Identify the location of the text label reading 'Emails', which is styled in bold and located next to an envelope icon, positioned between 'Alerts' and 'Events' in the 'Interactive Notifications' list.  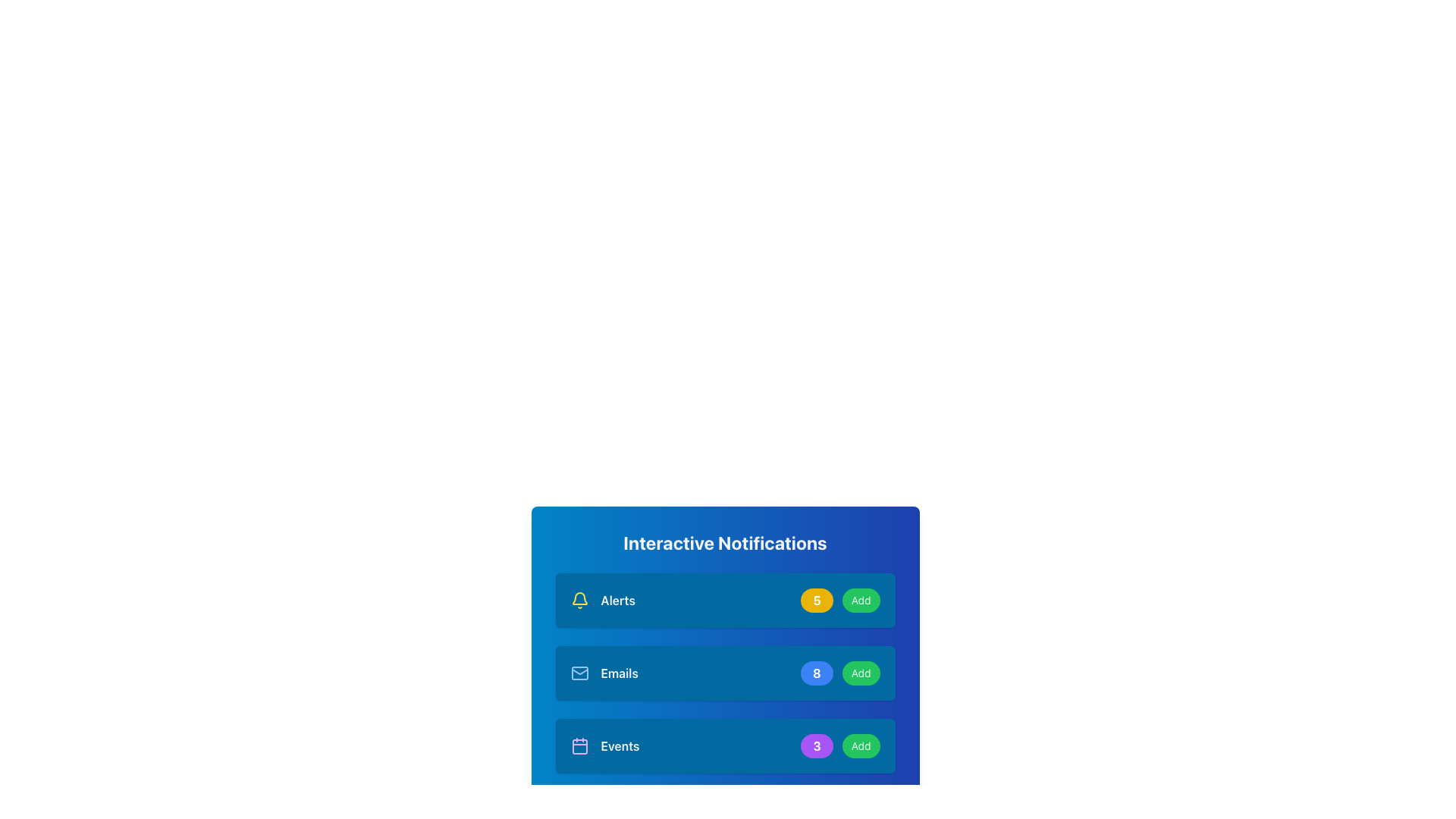
(620, 672).